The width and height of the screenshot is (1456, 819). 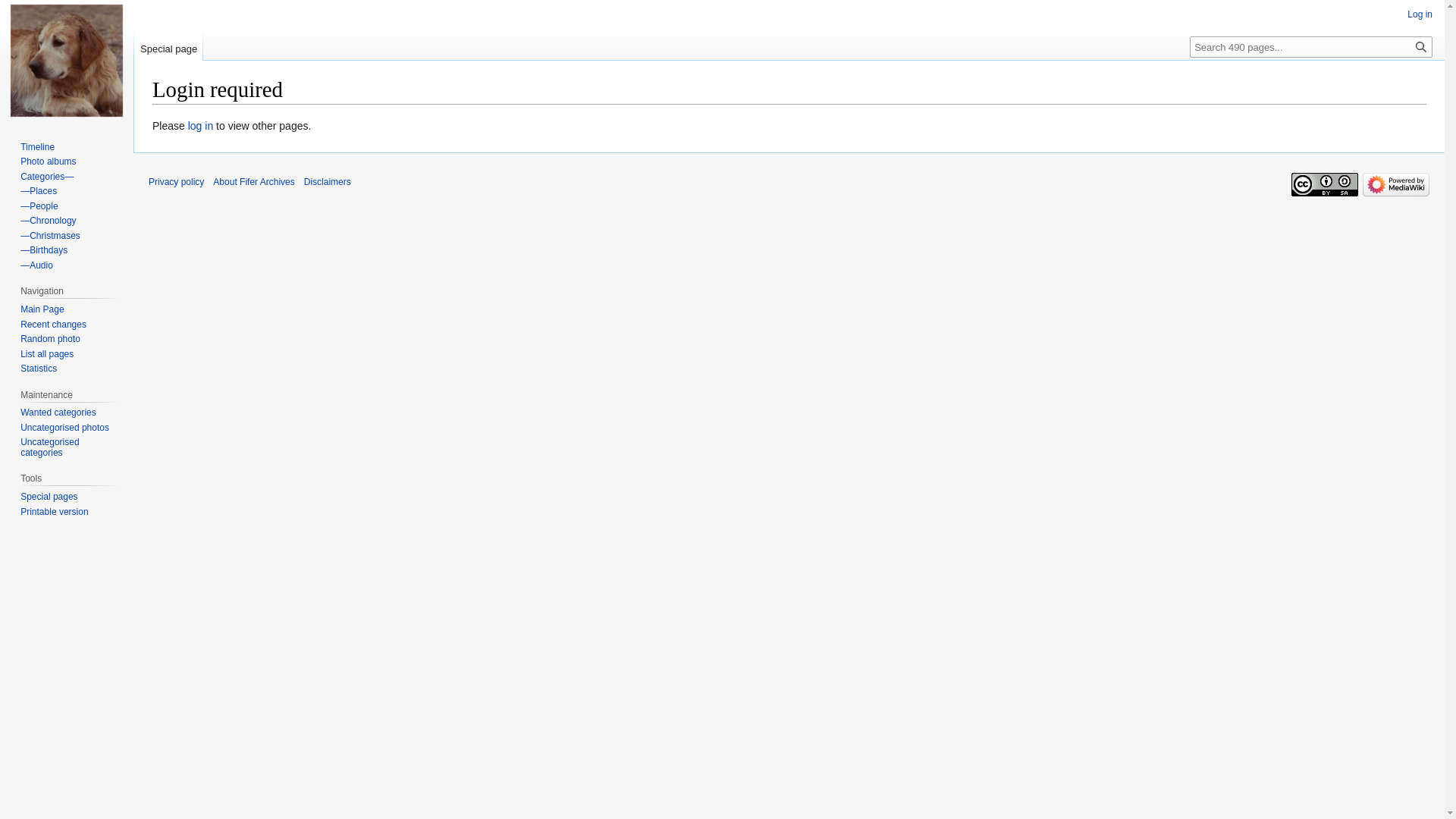 I want to click on 'Privacy policy', so click(x=176, y=180).